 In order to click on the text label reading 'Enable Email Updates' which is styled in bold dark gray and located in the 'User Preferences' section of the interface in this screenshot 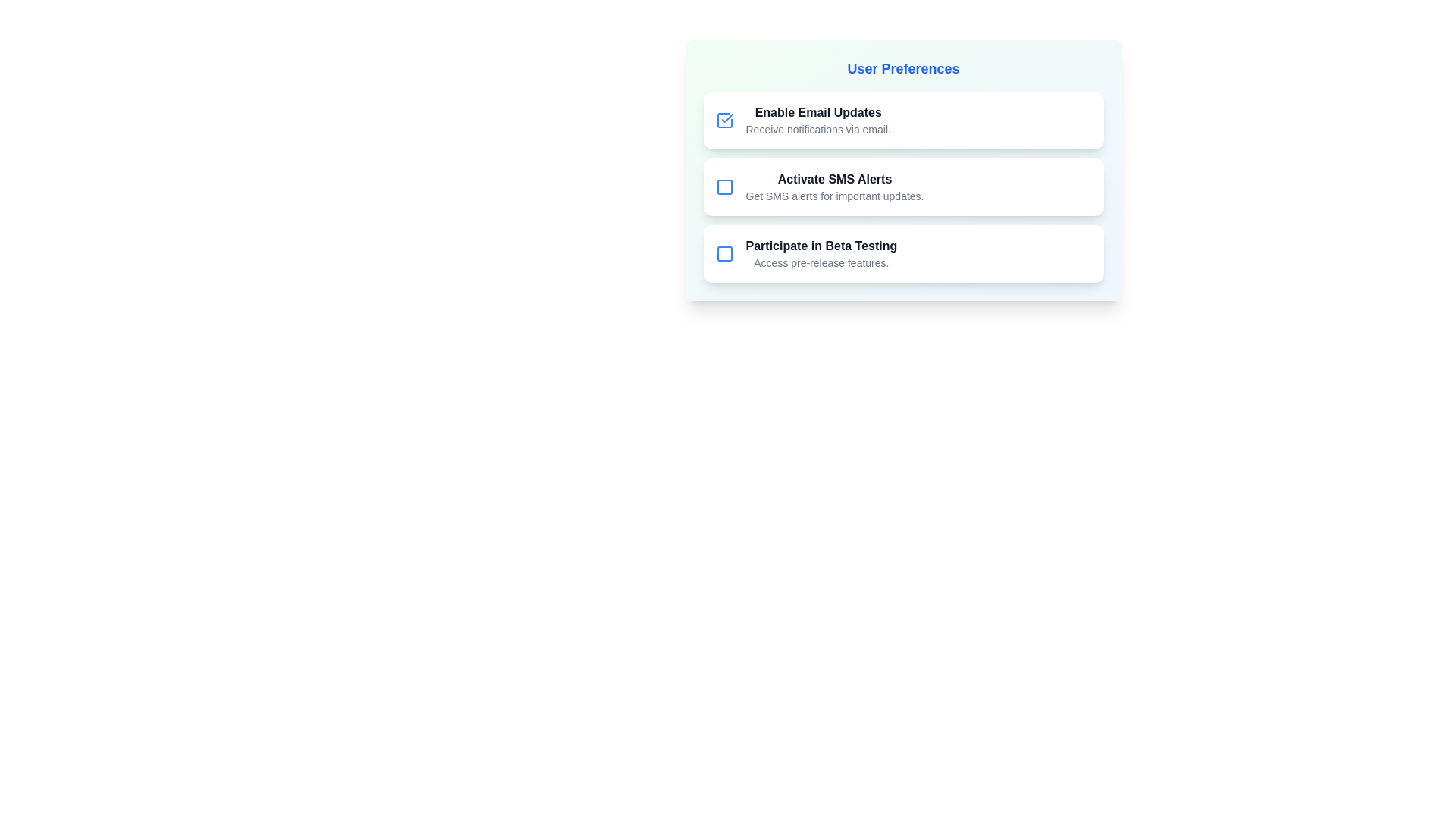, I will do `click(817, 112)`.